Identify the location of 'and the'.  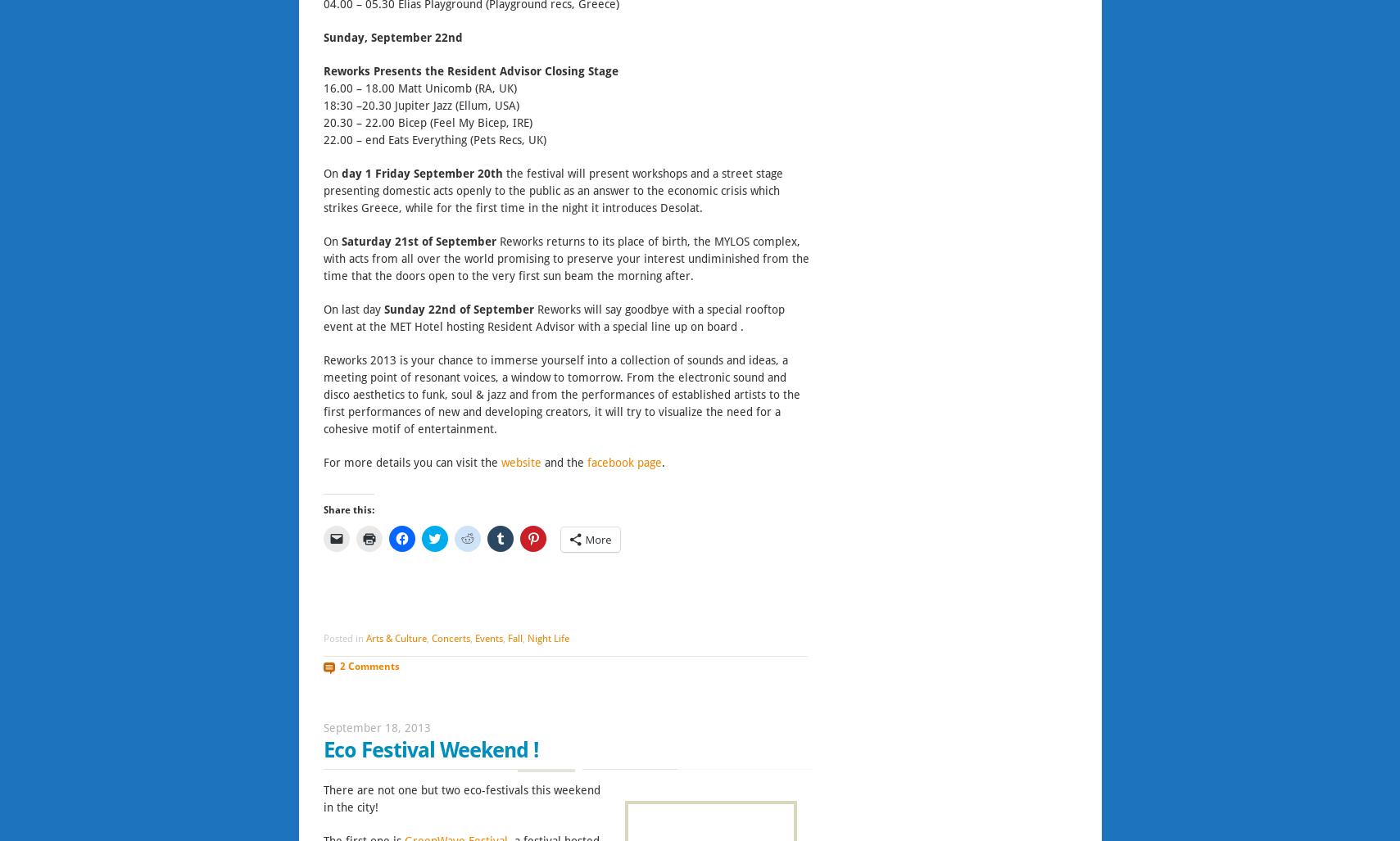
(564, 461).